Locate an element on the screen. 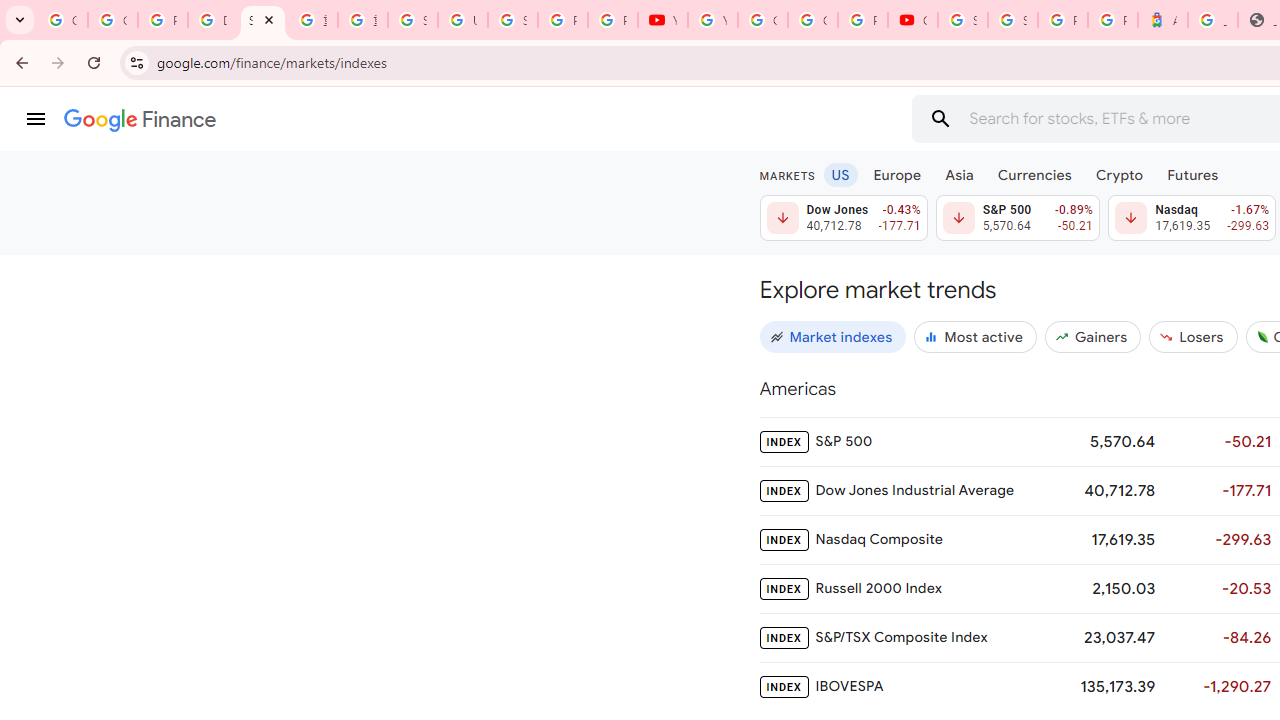 This screenshot has height=720, width=1280. 'Gainers' is located at coordinates (1092, 335).